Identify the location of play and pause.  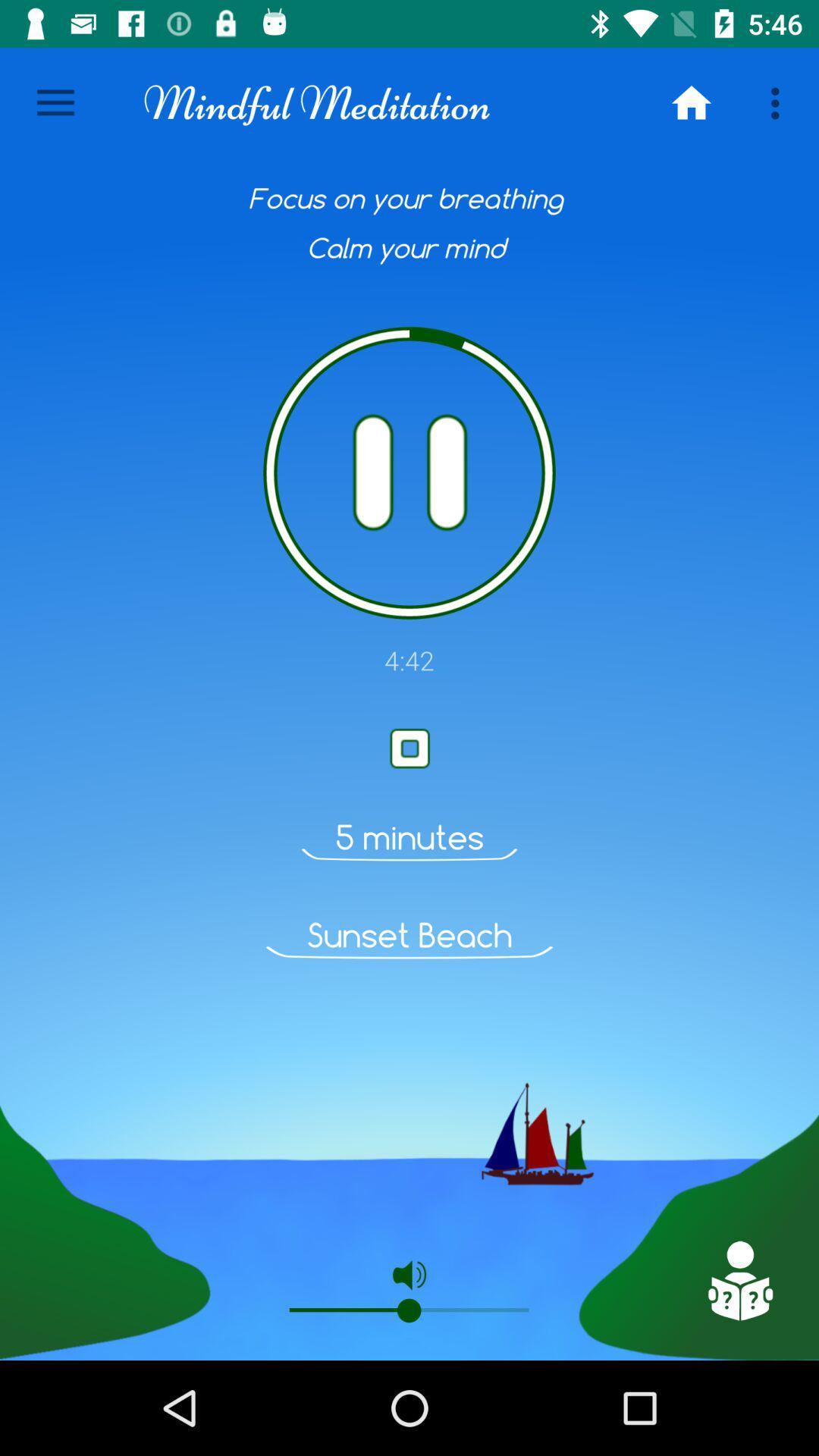
(409, 472).